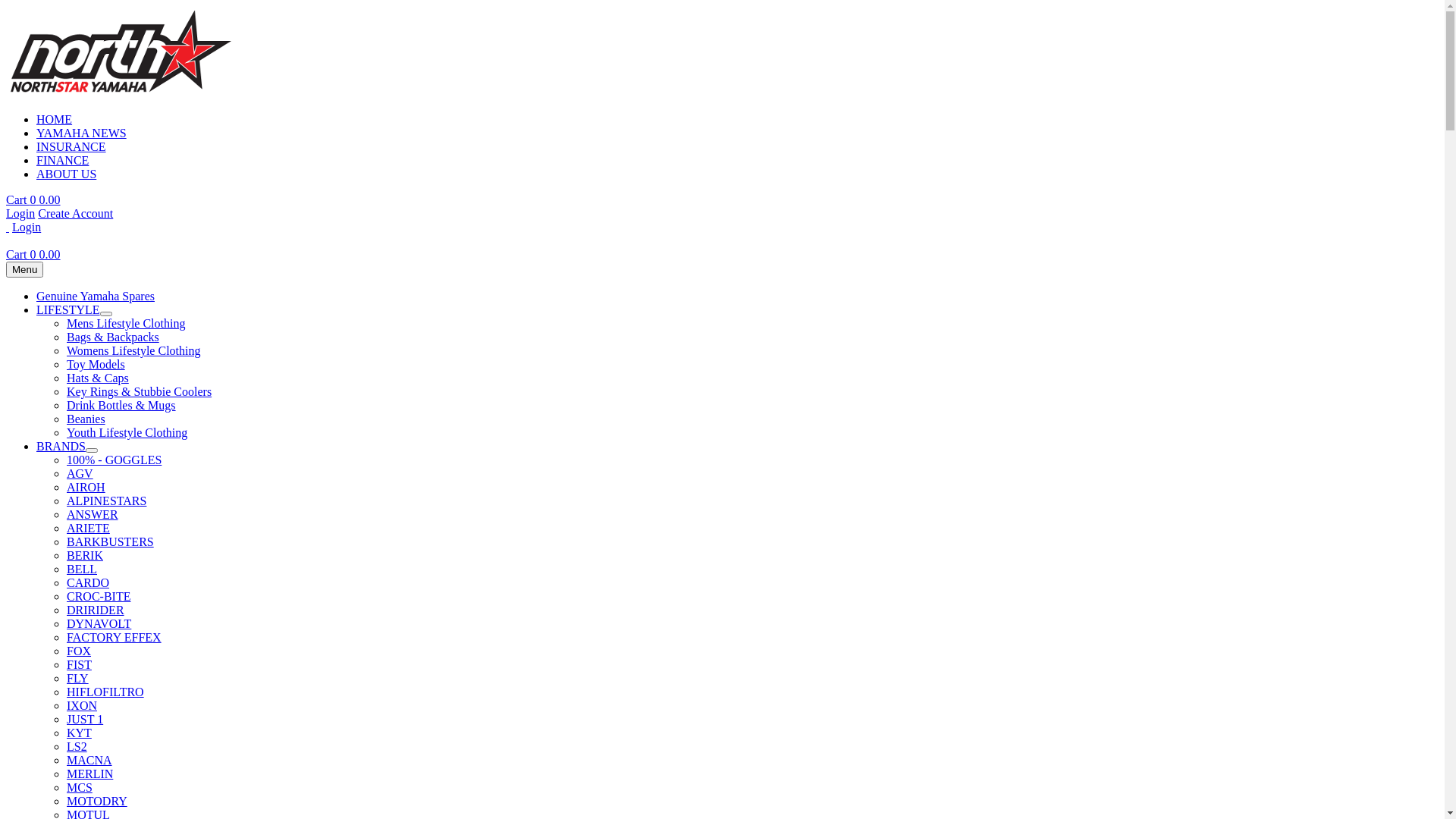 This screenshot has width=1456, height=819. I want to click on 'MCS', so click(79, 786).